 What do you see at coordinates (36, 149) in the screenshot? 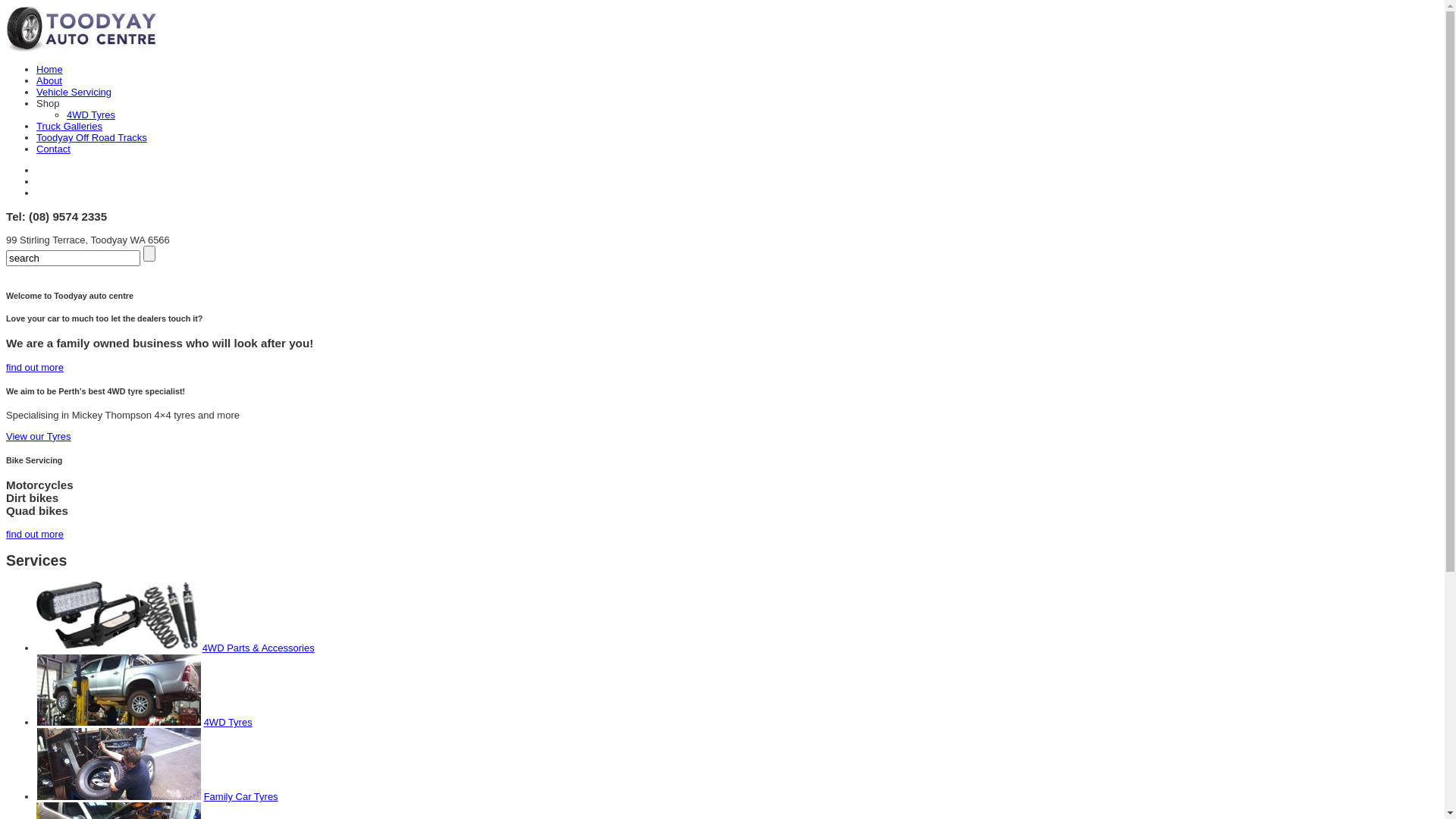
I see `'Contact'` at bounding box center [36, 149].